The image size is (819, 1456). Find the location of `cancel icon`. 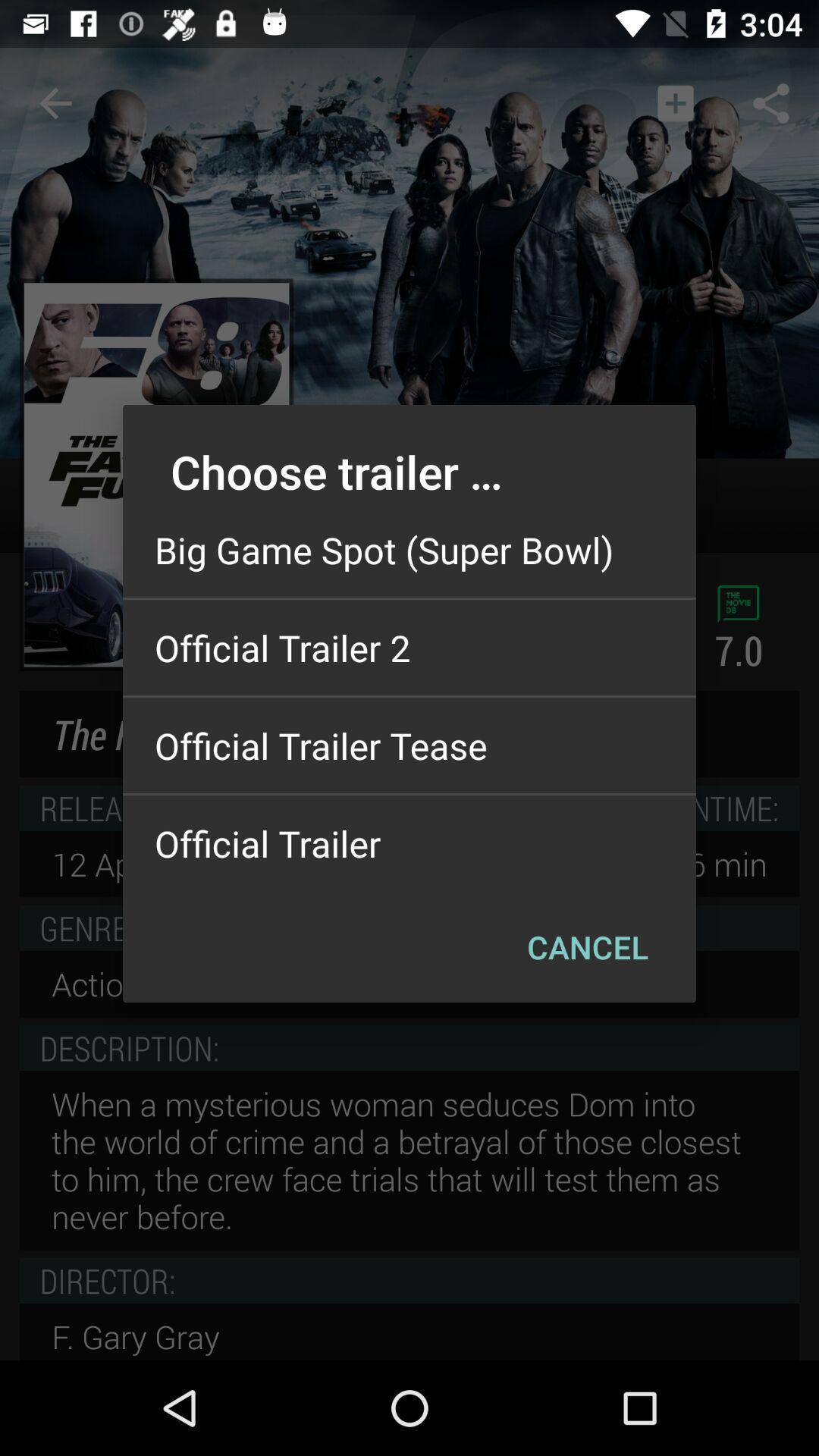

cancel icon is located at coordinates (587, 946).